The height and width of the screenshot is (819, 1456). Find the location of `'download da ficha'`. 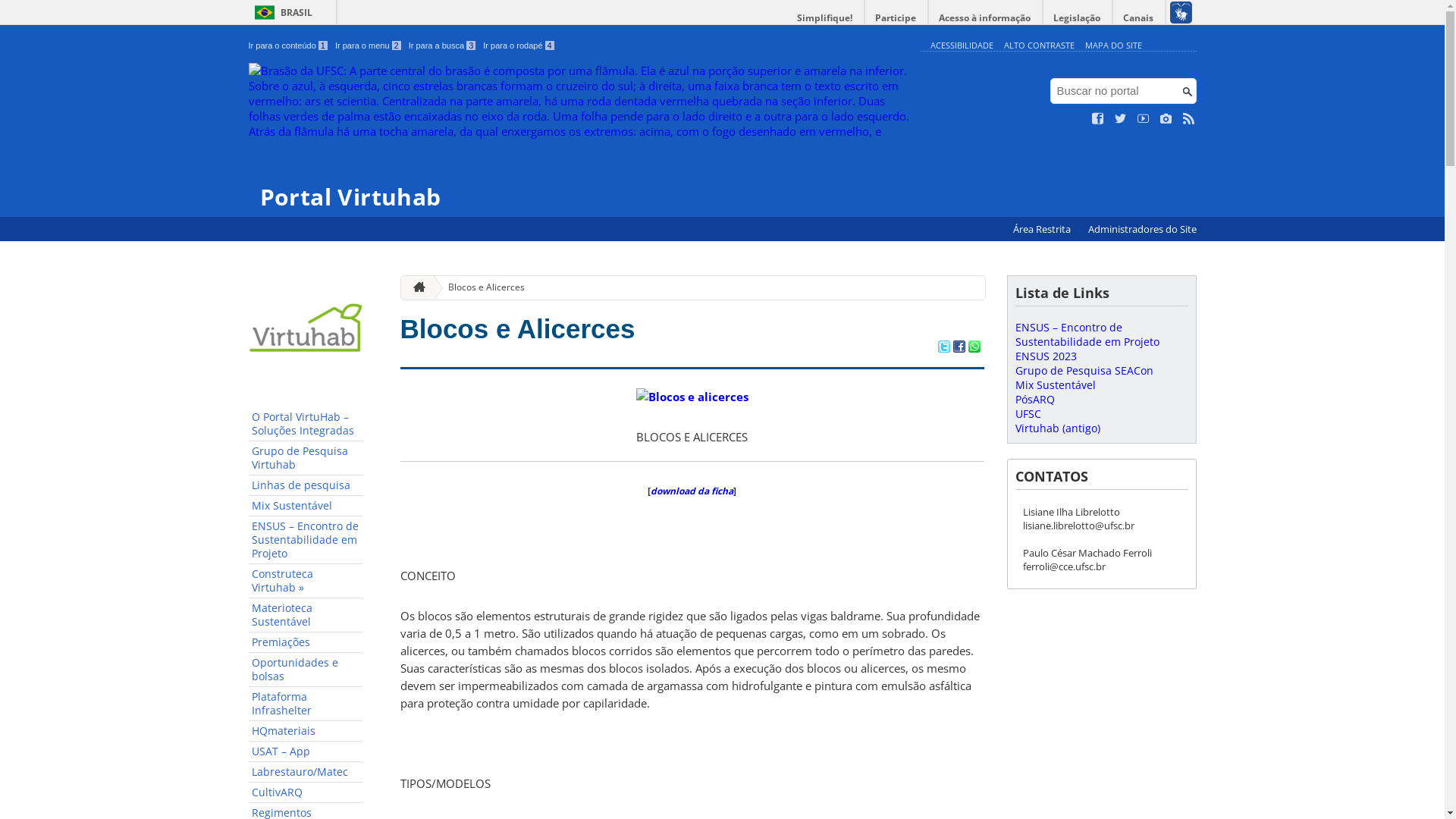

'download da ficha' is located at coordinates (651, 491).